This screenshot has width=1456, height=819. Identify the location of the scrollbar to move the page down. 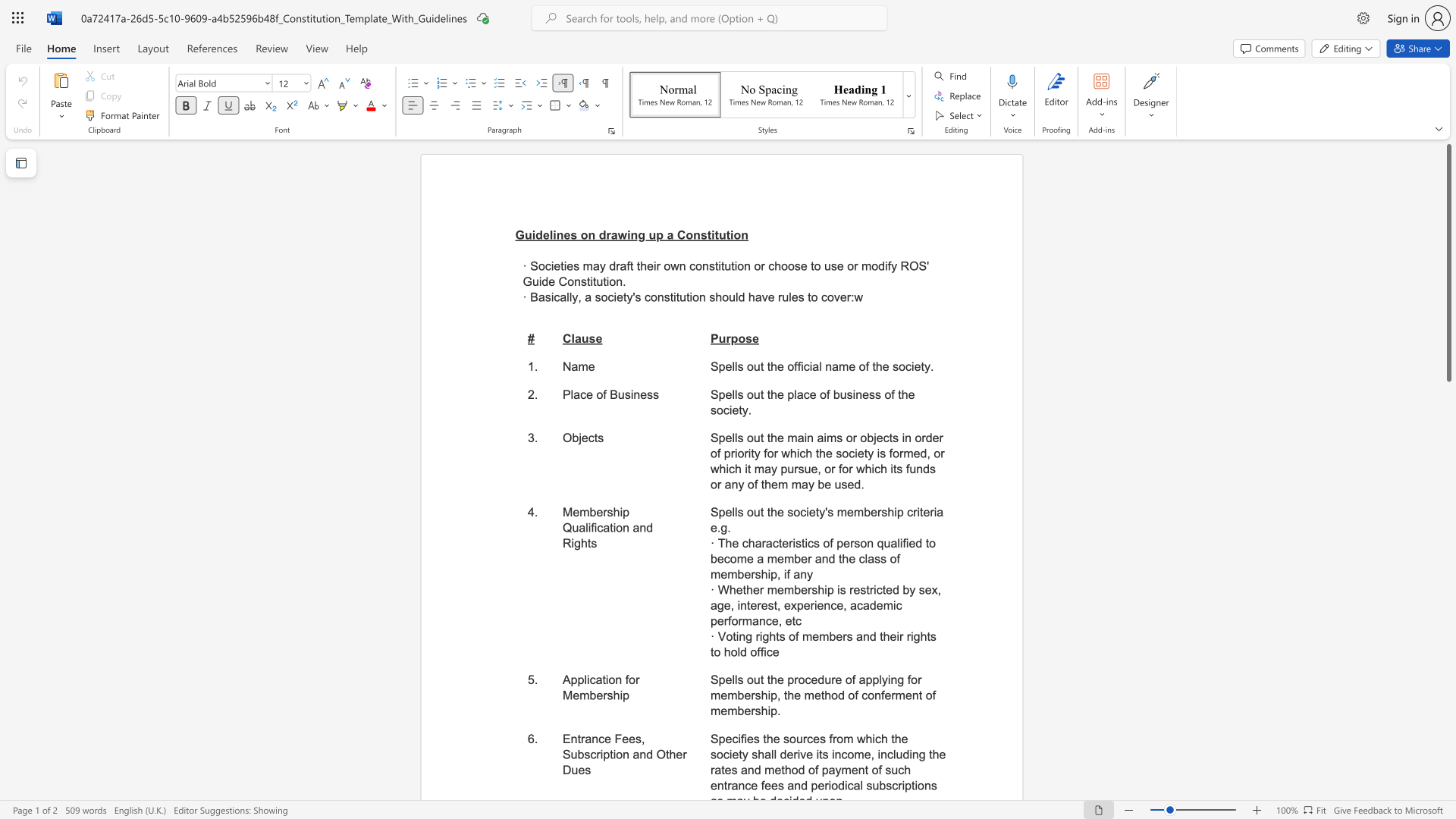
(1448, 485).